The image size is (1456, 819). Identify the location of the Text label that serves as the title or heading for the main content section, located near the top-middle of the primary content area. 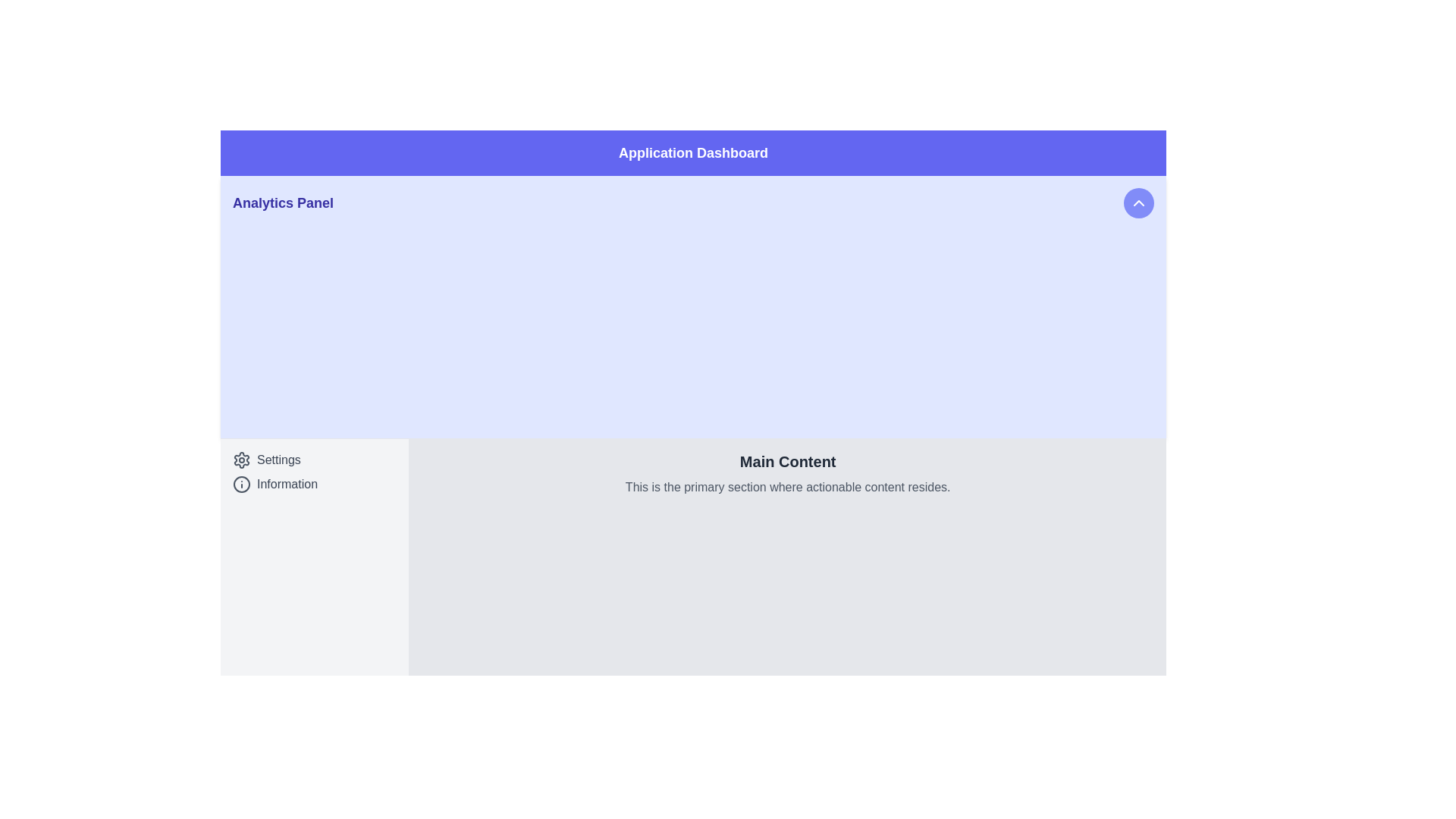
(788, 460).